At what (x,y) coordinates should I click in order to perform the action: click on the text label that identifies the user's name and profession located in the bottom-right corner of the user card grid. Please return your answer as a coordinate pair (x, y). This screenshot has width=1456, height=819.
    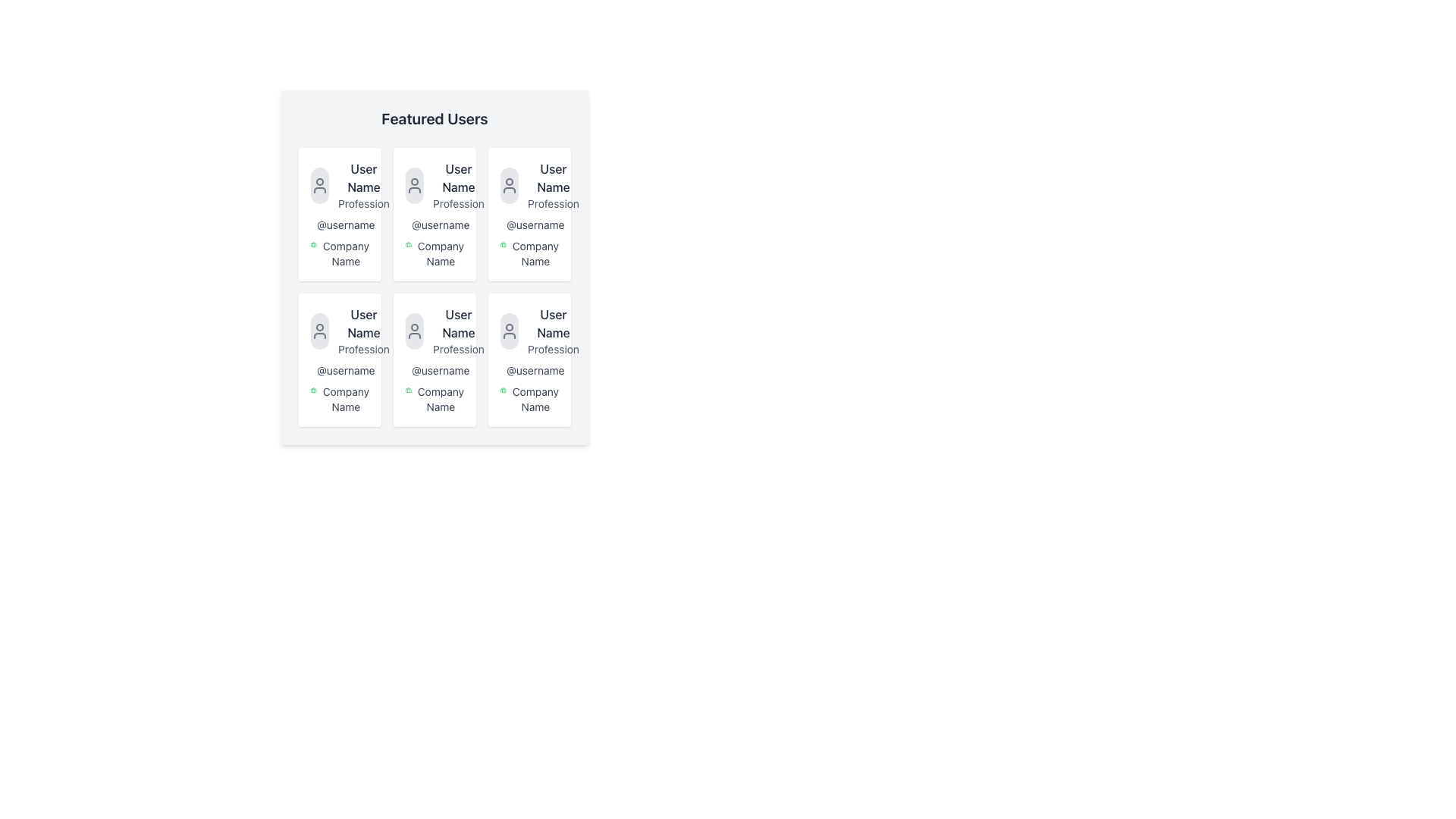
    Looking at the image, I should click on (552, 330).